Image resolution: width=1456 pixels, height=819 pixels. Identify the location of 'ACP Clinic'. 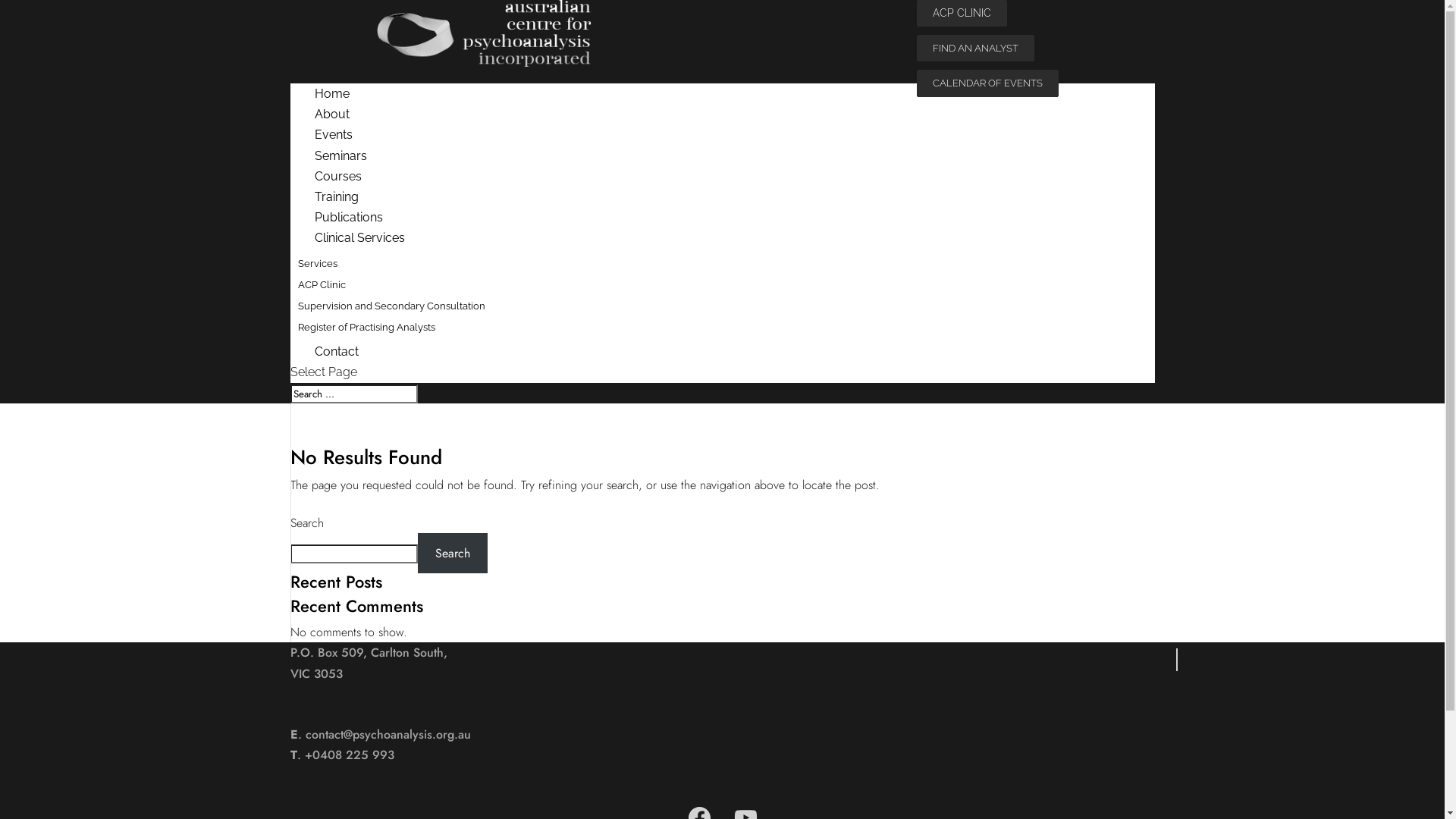
(321, 284).